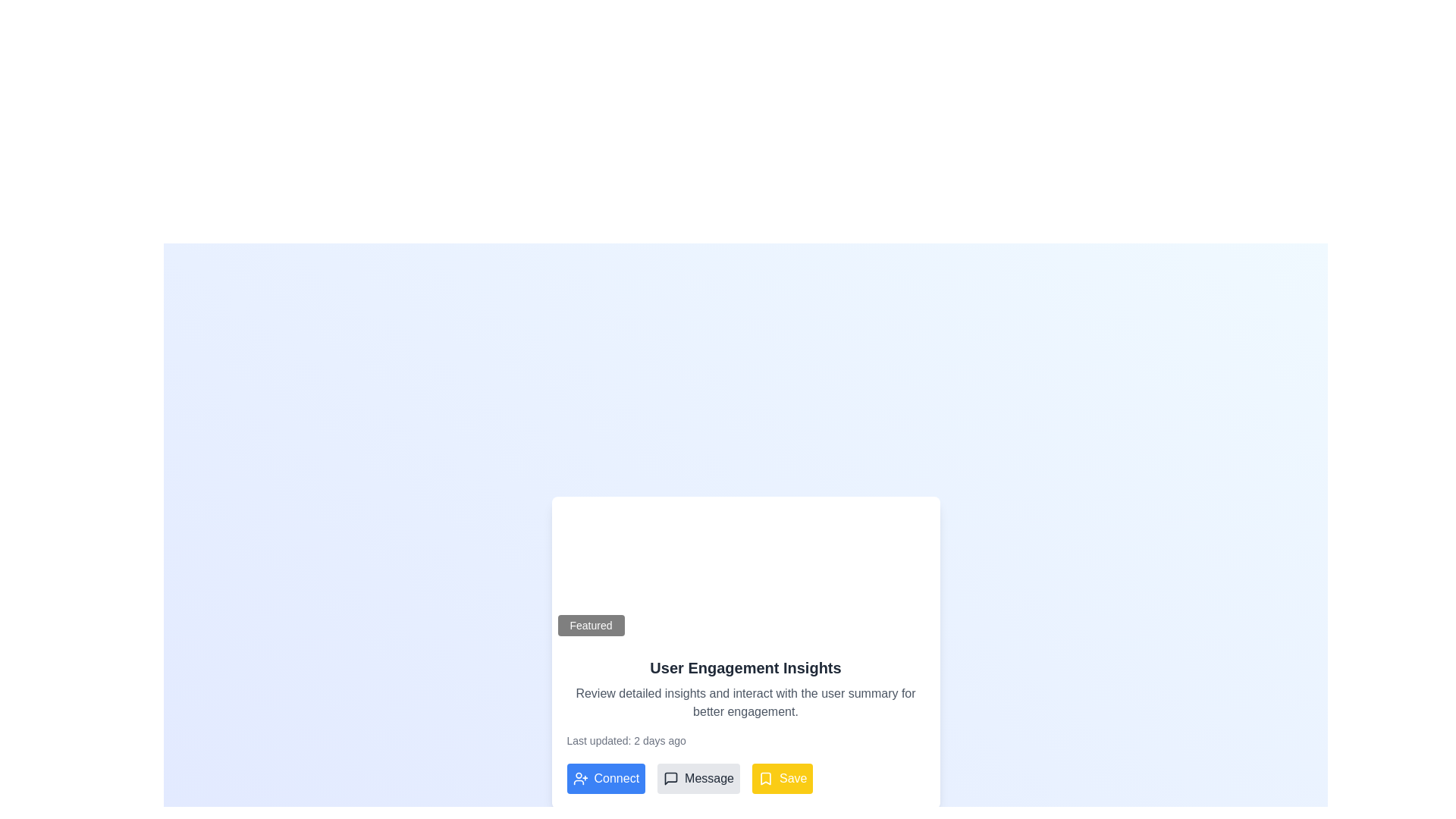  What do you see at coordinates (605, 778) in the screenshot?
I see `the first button from the left in the horizontal group of three buttons below the headline 'User Engagement Insights' to prepare for selection` at bounding box center [605, 778].